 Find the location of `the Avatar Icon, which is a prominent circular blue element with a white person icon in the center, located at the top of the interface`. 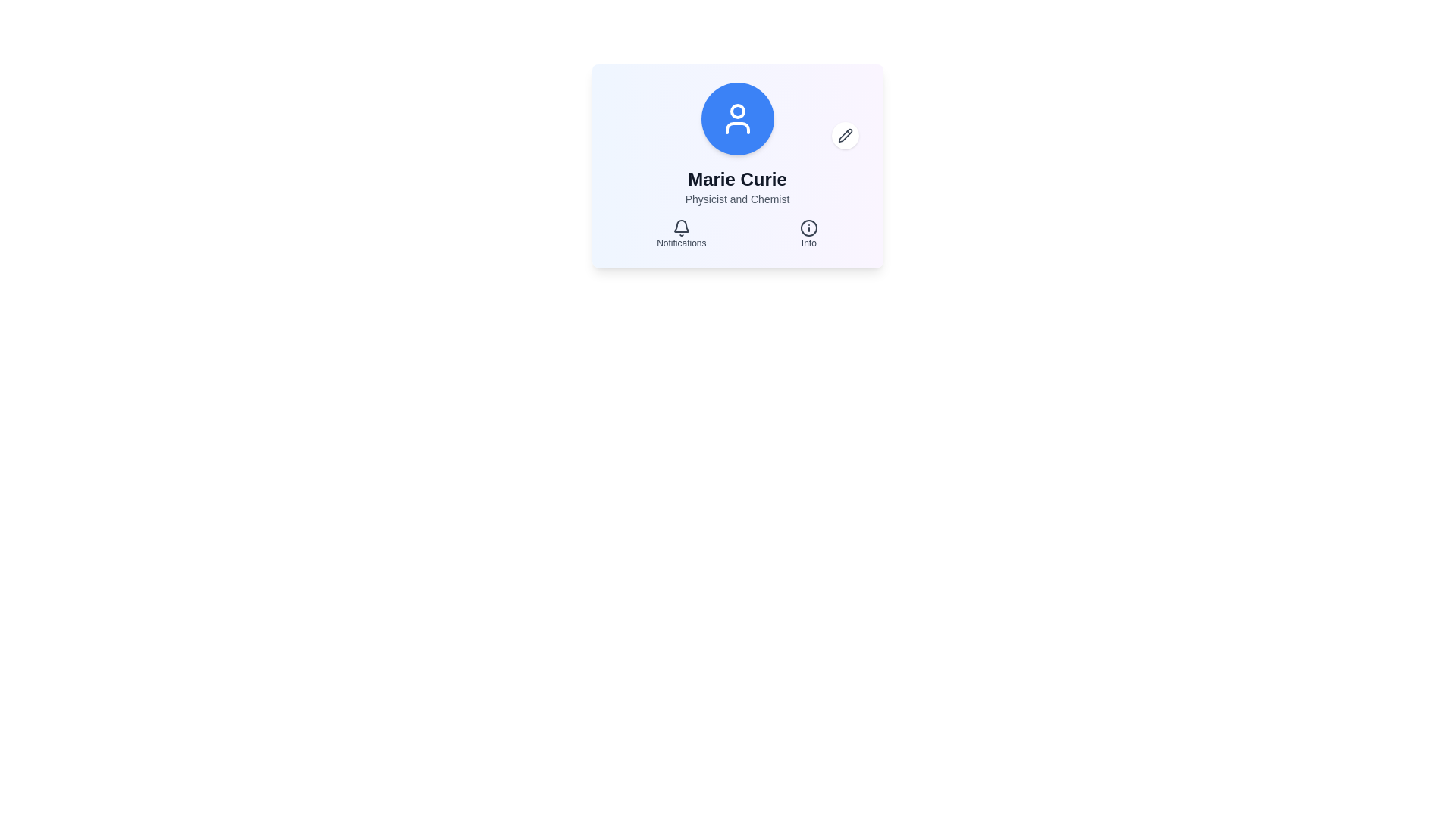

the Avatar Icon, which is a prominent circular blue element with a white person icon in the center, located at the top of the interface is located at coordinates (737, 118).